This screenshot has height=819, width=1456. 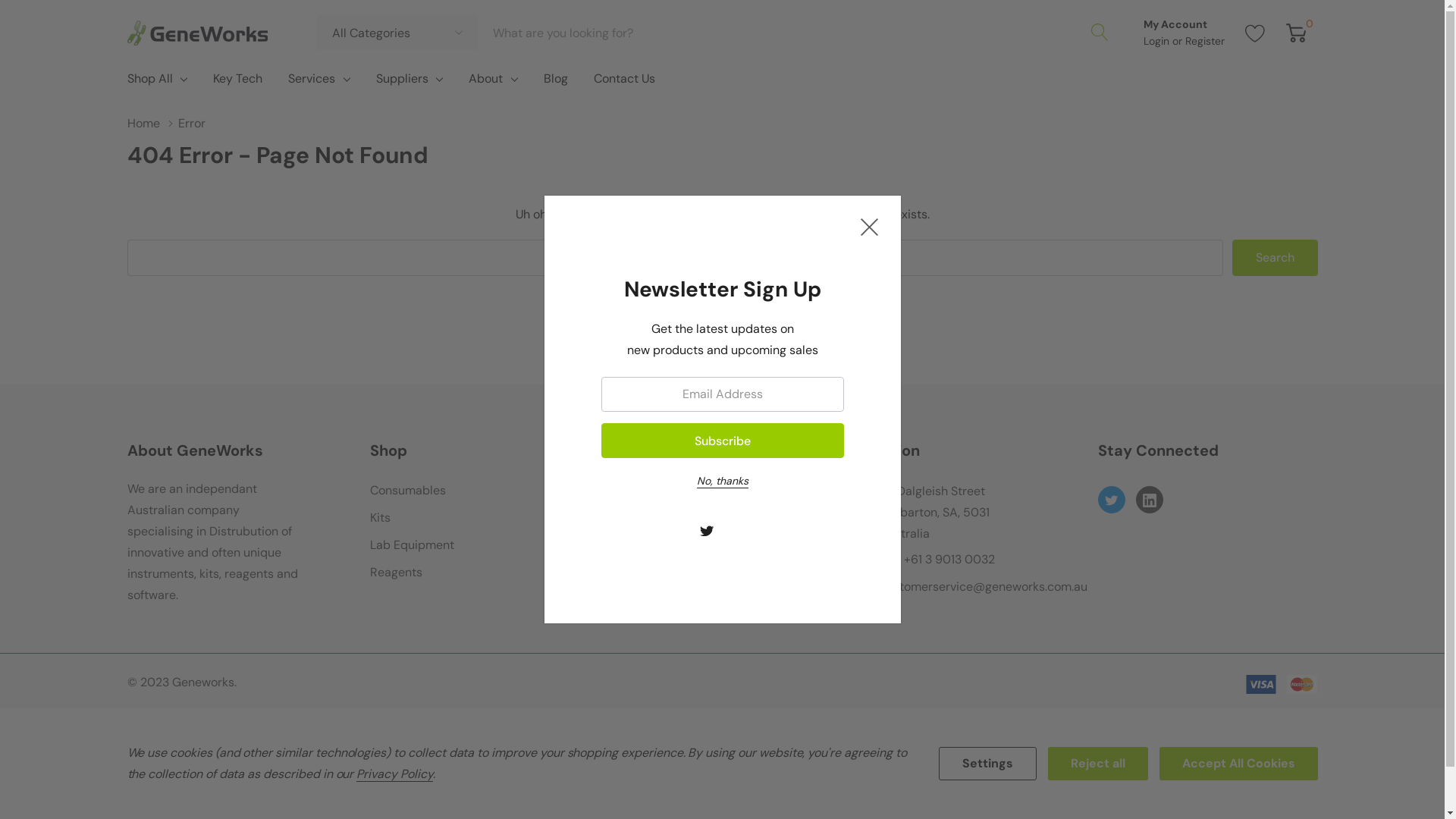 What do you see at coordinates (407, 491) in the screenshot?
I see `'Consumables'` at bounding box center [407, 491].